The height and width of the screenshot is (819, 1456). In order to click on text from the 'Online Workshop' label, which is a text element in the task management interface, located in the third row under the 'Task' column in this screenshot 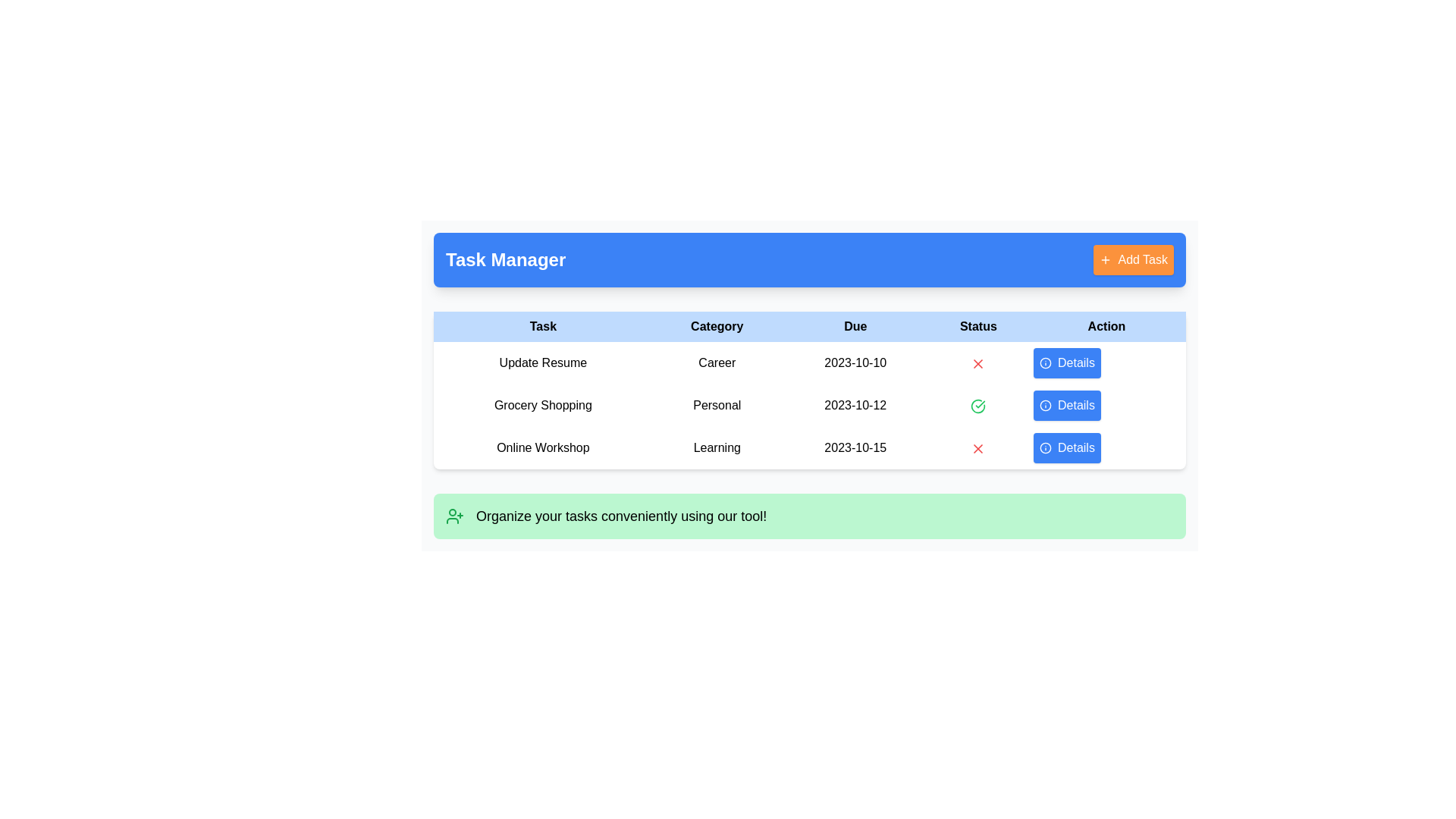, I will do `click(543, 447)`.